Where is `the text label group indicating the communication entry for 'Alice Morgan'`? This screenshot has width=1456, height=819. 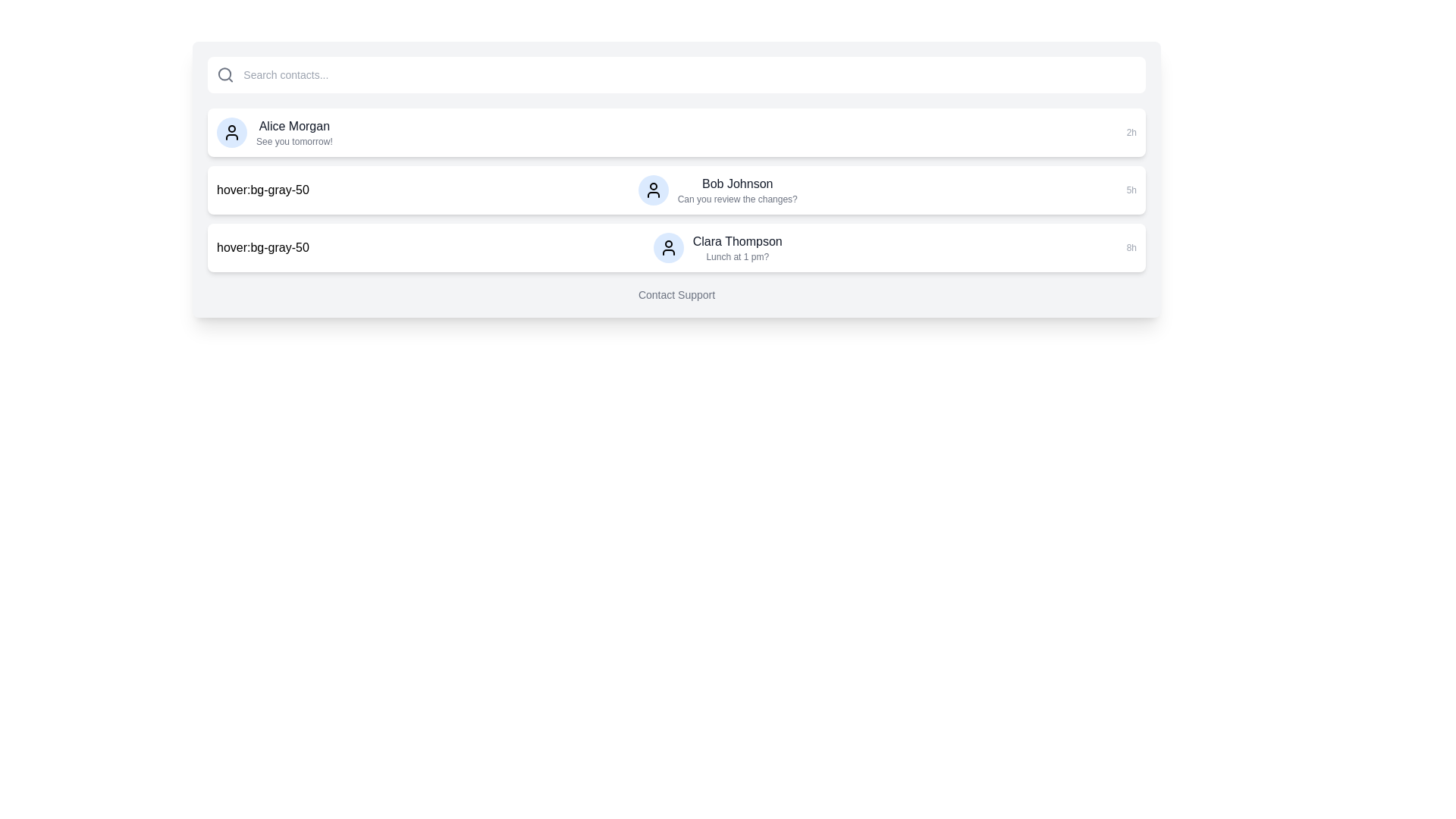 the text label group indicating the communication entry for 'Alice Morgan' is located at coordinates (294, 131).